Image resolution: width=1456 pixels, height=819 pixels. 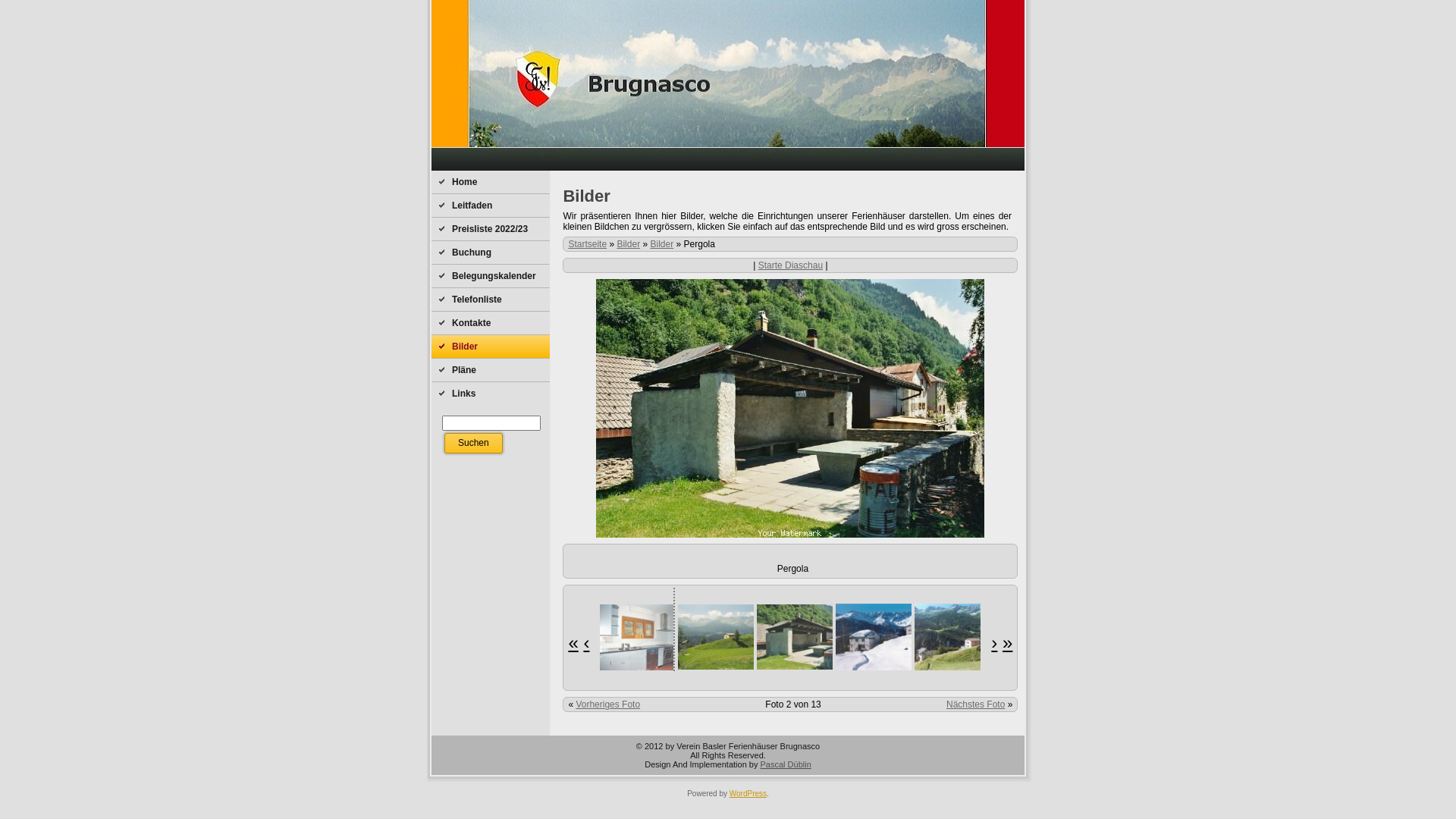 I want to click on 'WordPress', so click(x=748, y=792).